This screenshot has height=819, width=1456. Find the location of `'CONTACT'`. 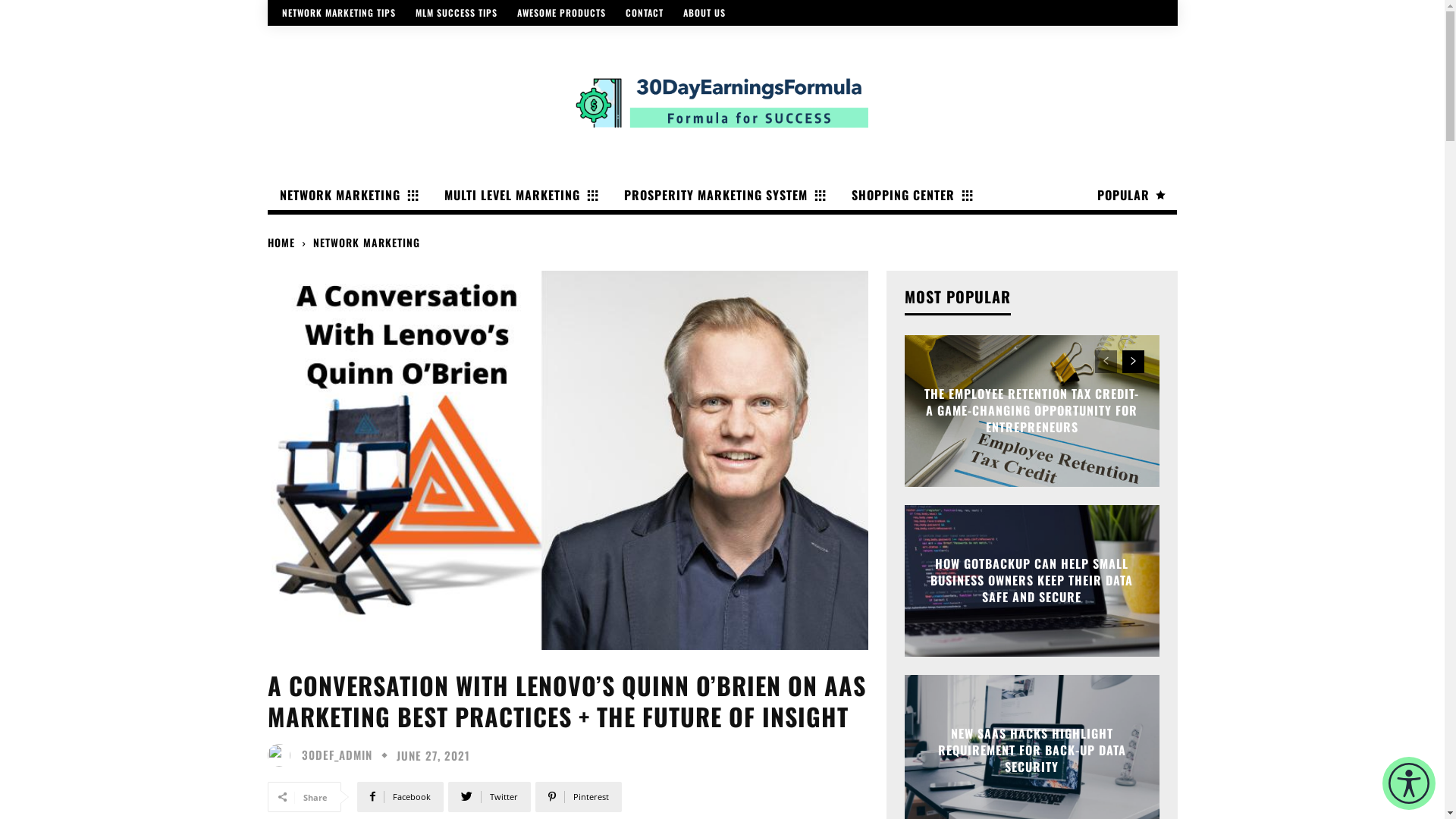

'CONTACT' is located at coordinates (644, 12).